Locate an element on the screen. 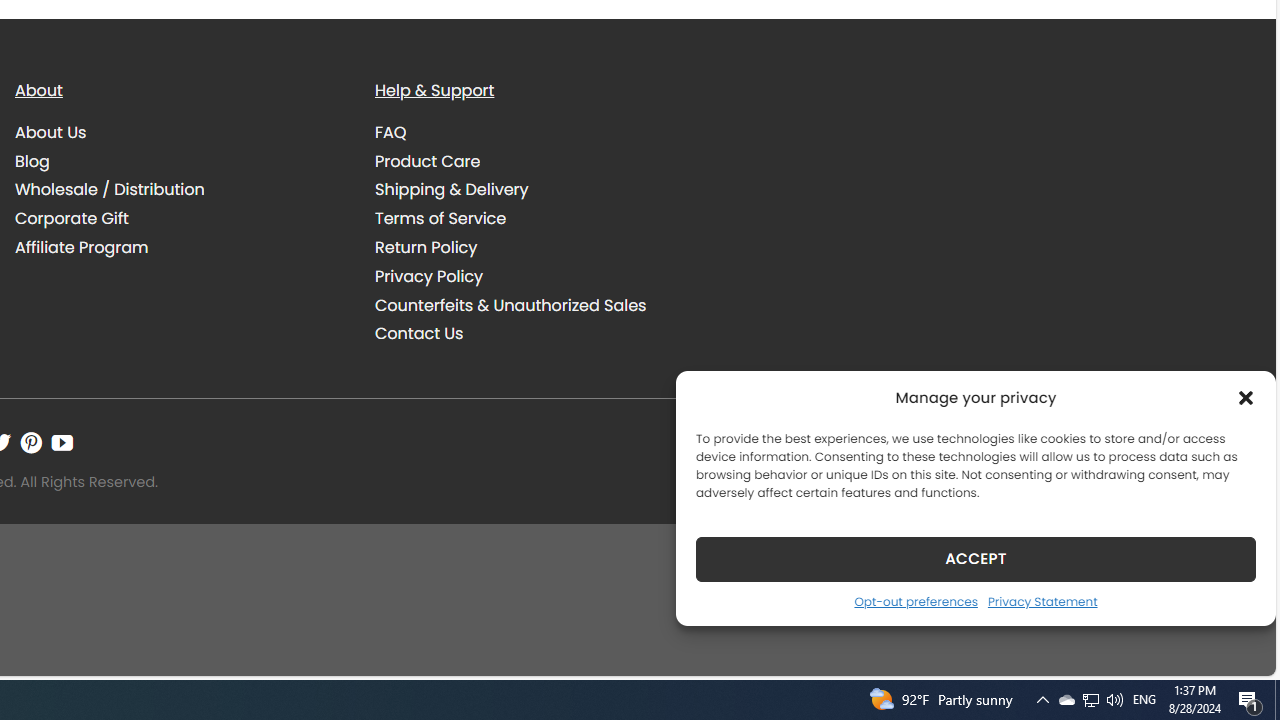 This screenshot has width=1280, height=720. 'Product Care' is located at coordinates (427, 159).